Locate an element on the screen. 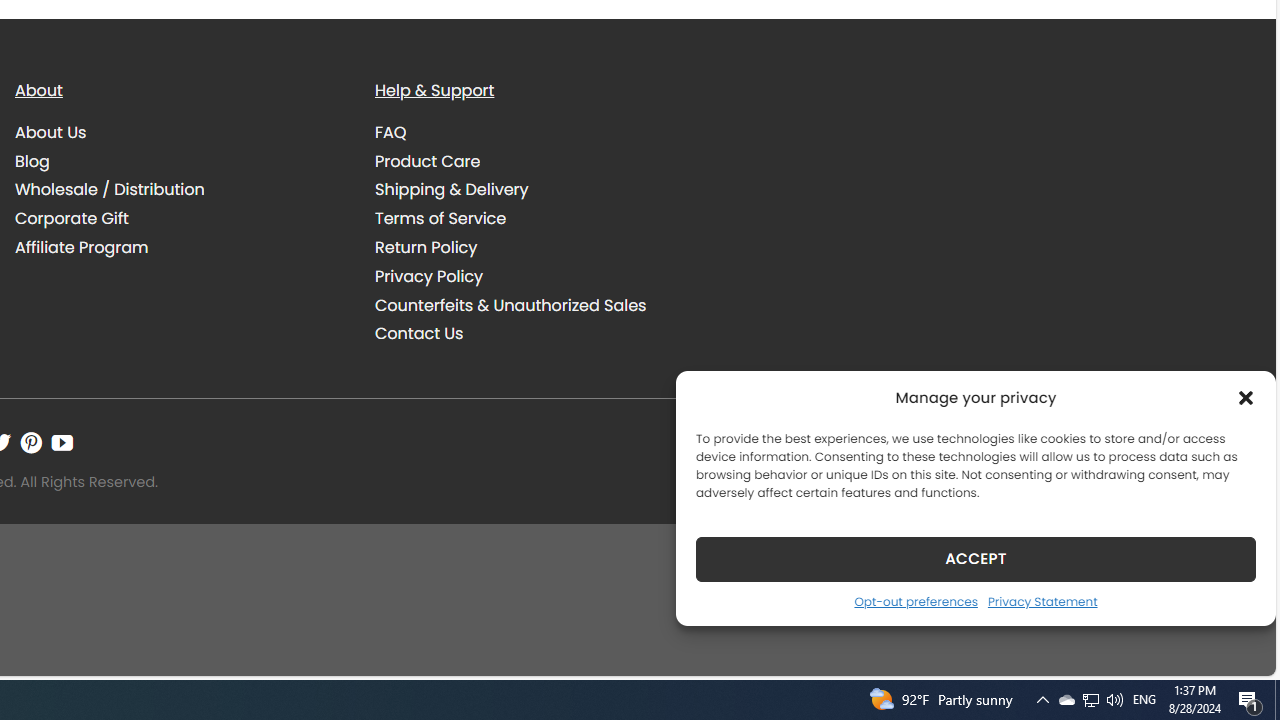 This screenshot has width=1280, height=720. 'Product Care' is located at coordinates (427, 159).